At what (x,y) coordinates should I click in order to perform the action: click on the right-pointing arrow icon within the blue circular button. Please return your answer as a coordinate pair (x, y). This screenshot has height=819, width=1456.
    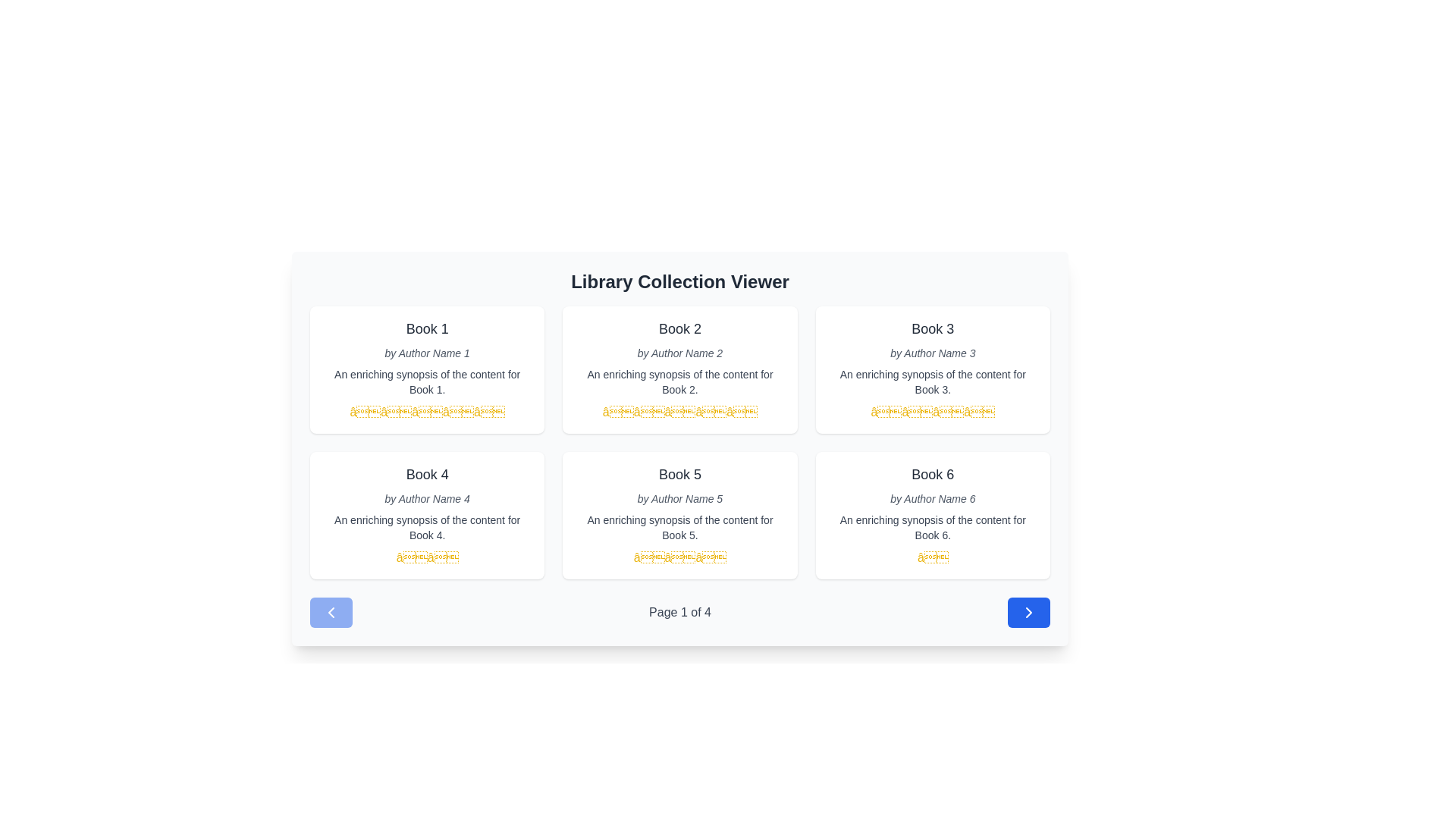
    Looking at the image, I should click on (1029, 611).